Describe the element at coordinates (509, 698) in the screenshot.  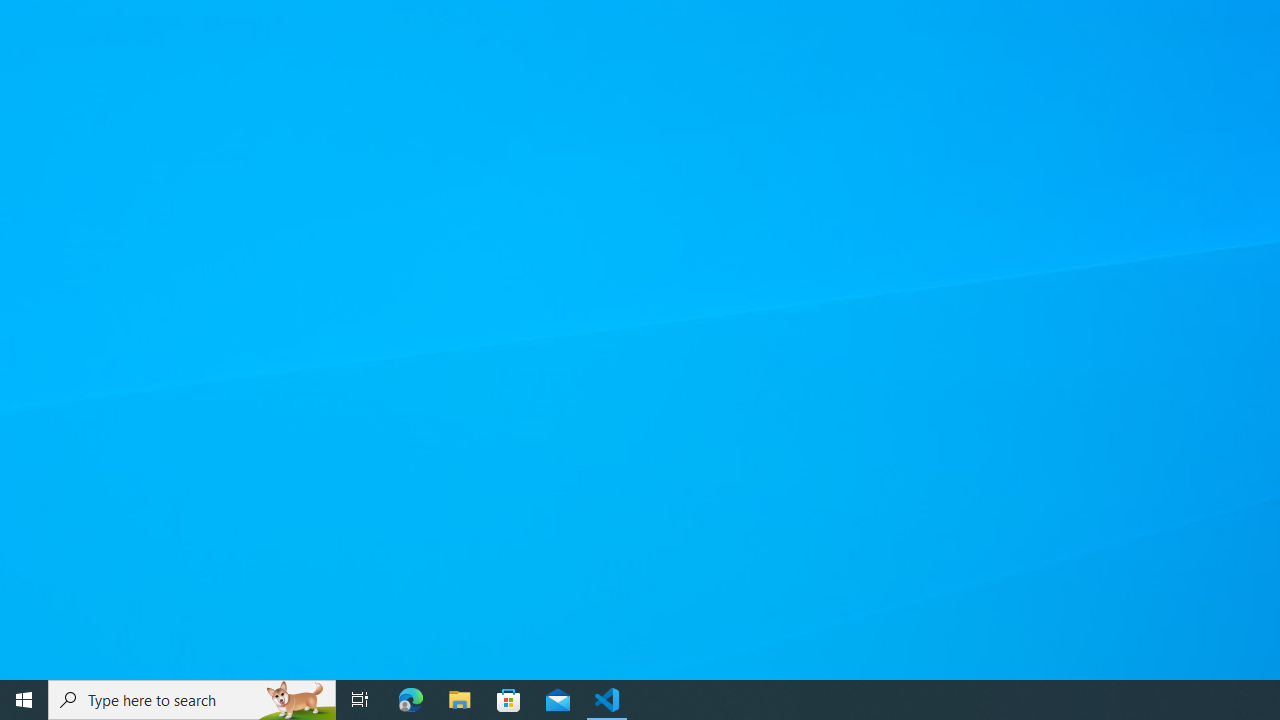
I see `'Microsoft Store'` at that location.